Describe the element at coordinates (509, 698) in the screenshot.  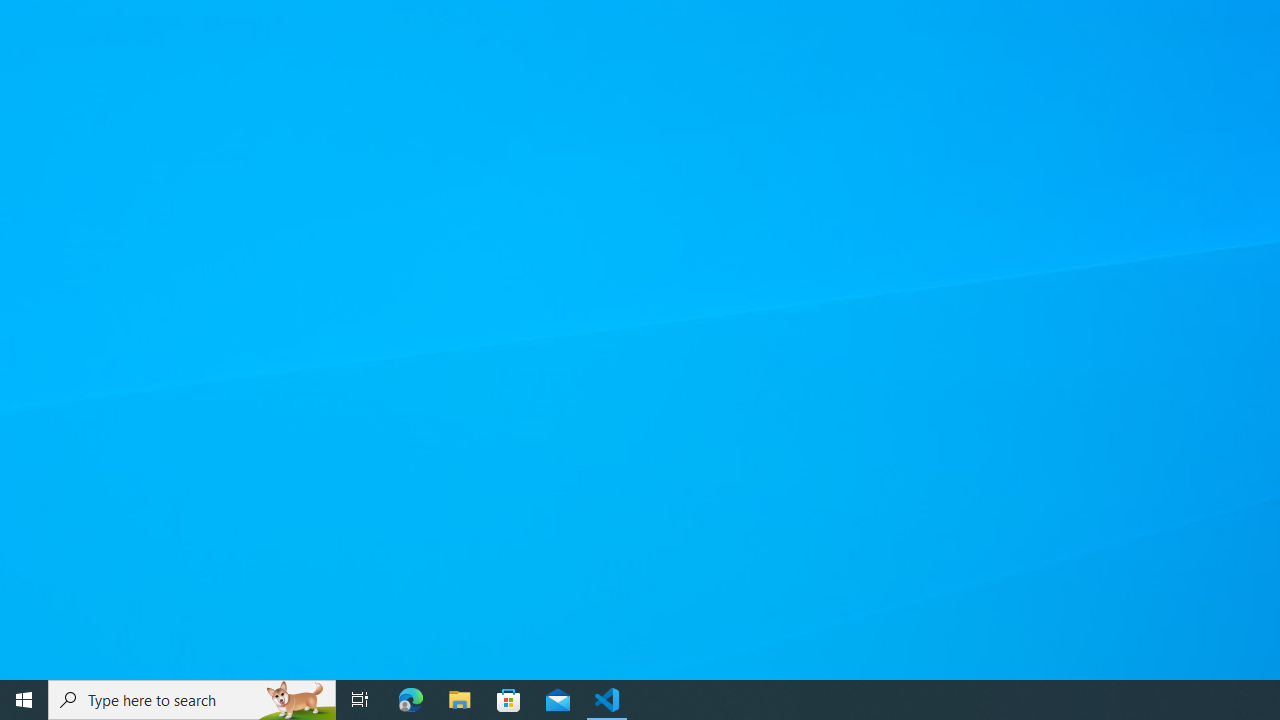
I see `'Microsoft Store'` at that location.